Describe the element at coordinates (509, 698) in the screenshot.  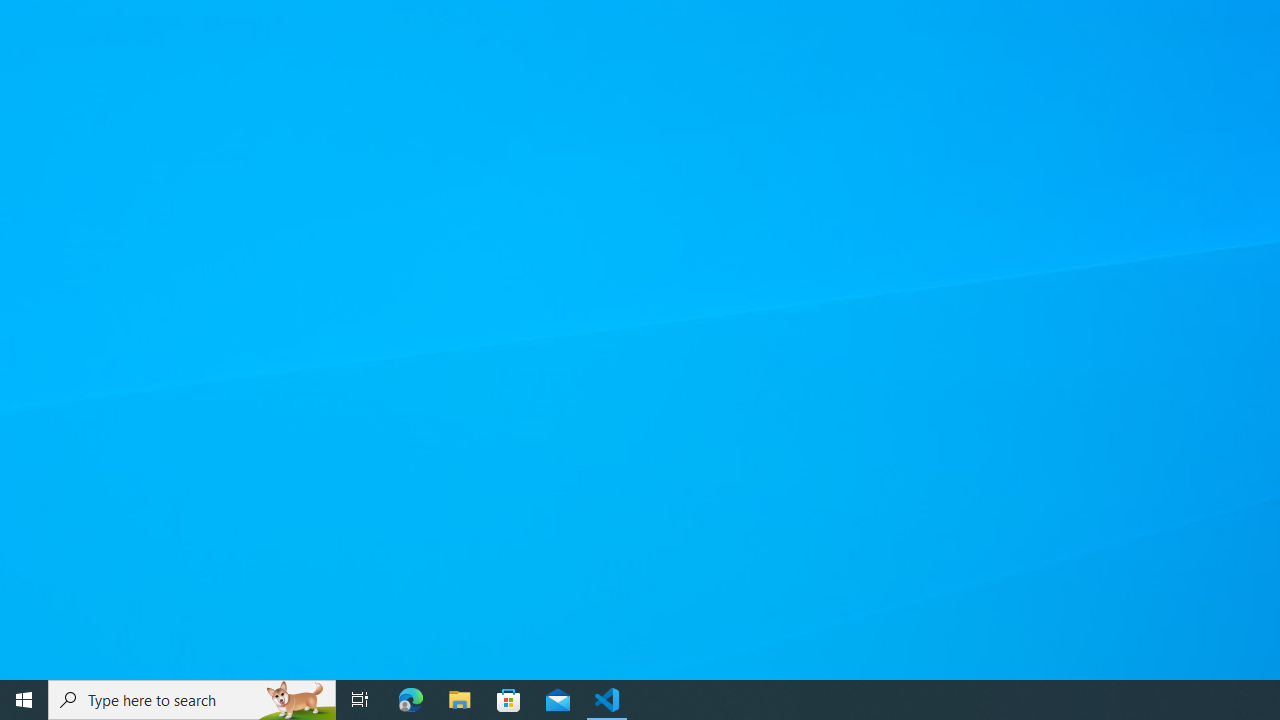
I see `'Microsoft Store'` at that location.